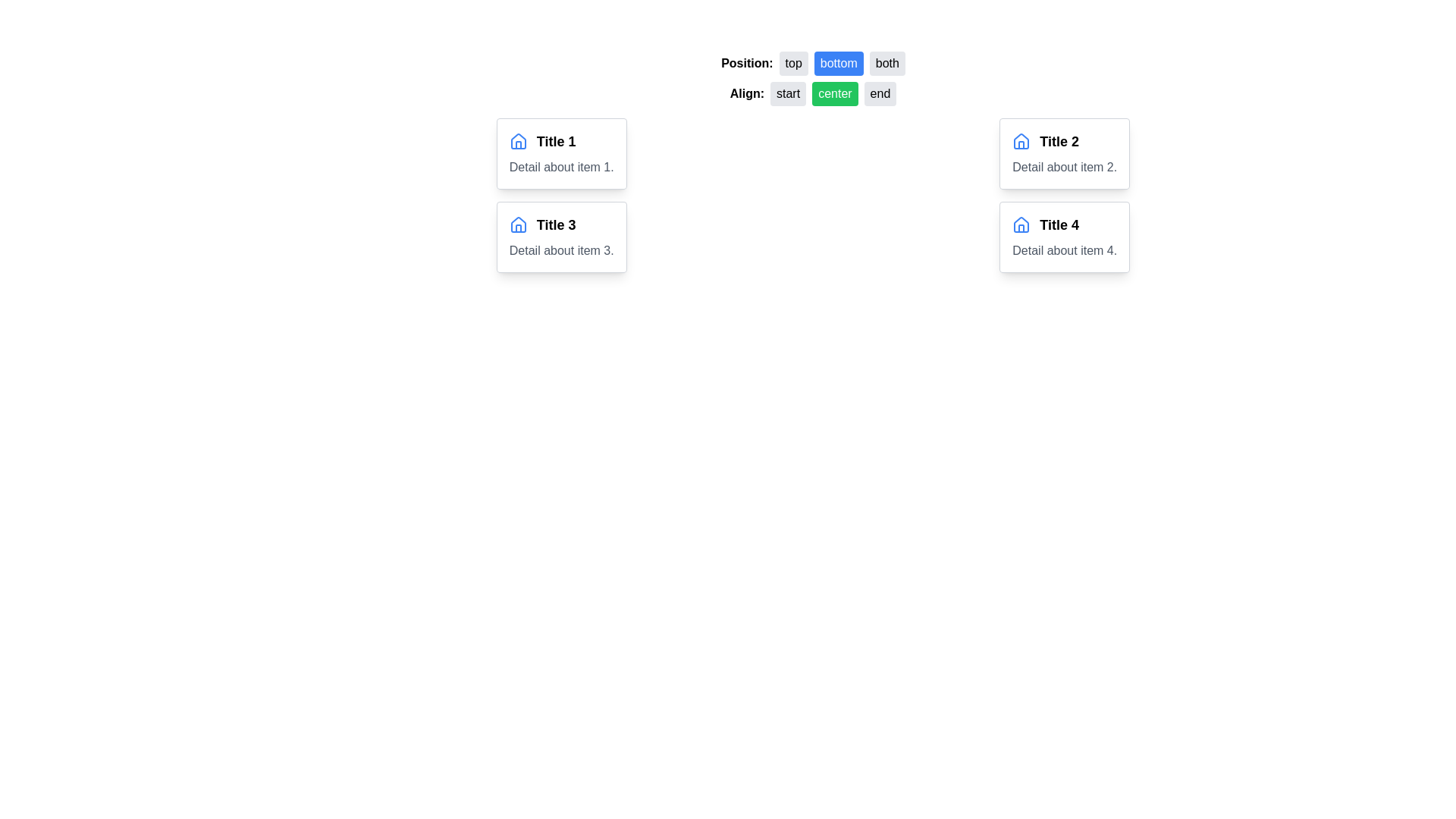  Describe the element at coordinates (788, 93) in the screenshot. I see `the 'start' alignment button located in the 'Align:' section` at that location.